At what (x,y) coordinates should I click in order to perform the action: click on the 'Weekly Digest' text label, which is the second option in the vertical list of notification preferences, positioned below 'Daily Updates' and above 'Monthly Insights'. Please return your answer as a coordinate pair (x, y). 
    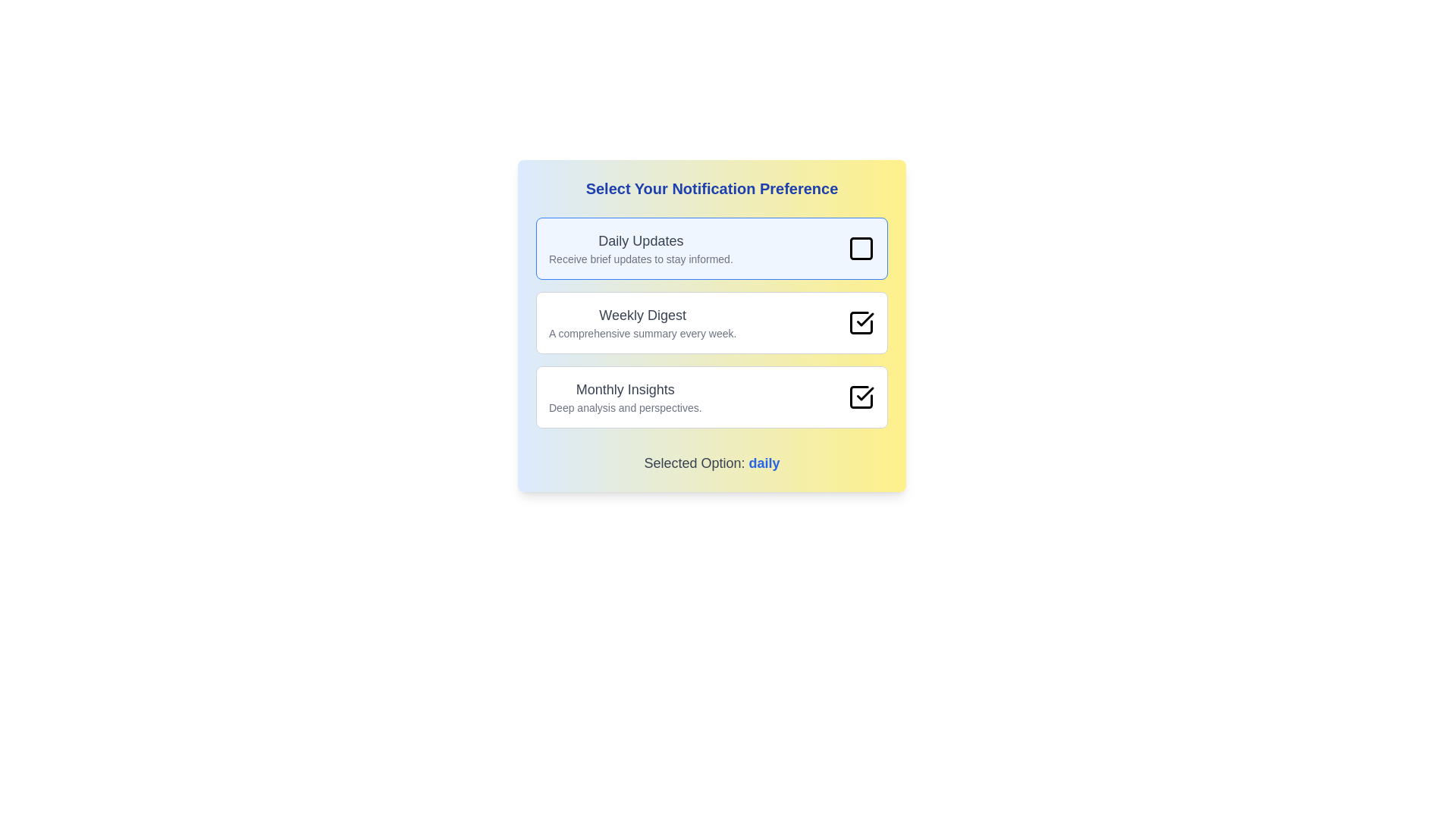
    Looking at the image, I should click on (642, 322).